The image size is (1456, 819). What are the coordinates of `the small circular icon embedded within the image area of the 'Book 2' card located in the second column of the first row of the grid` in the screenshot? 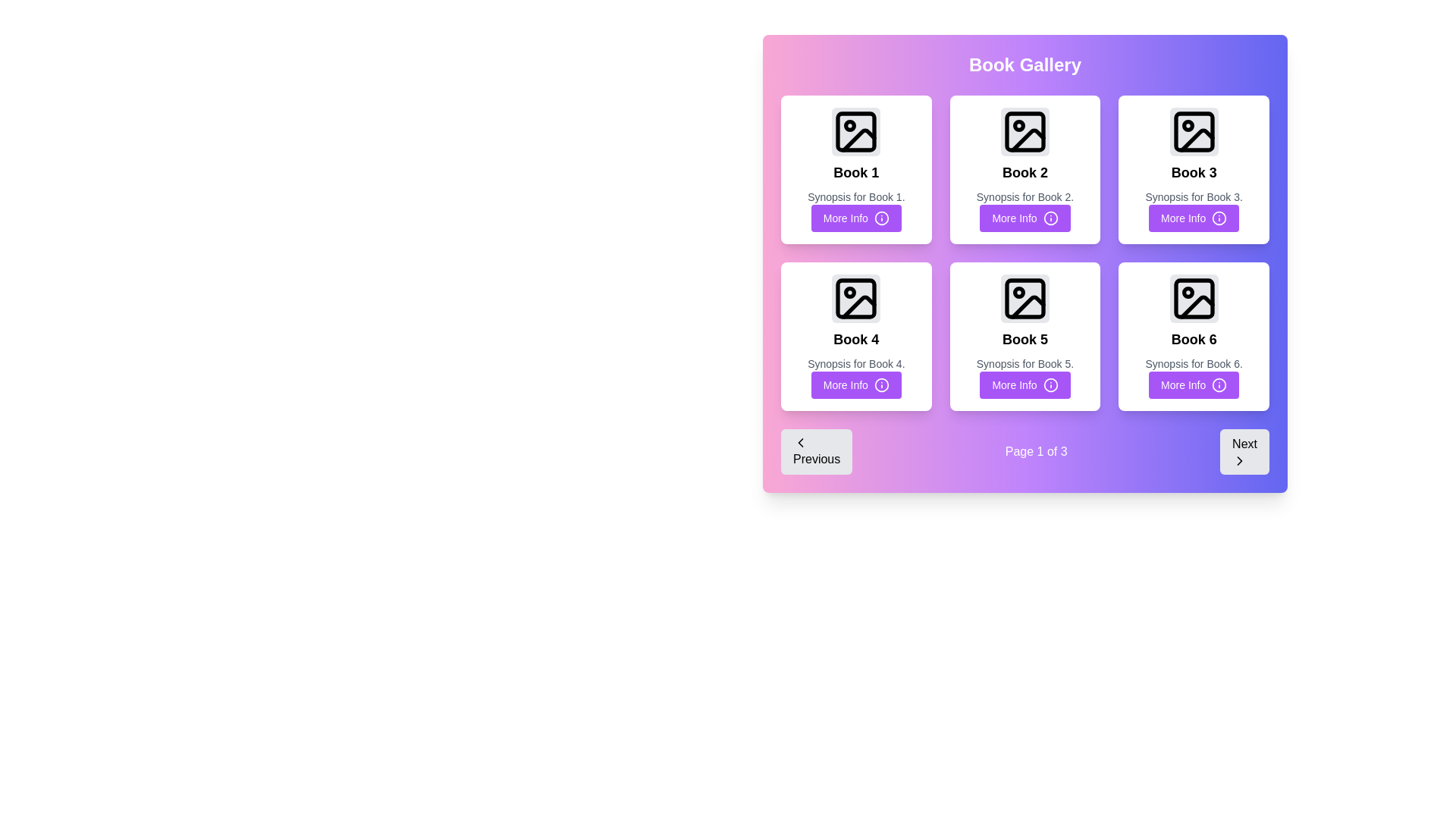 It's located at (1019, 124).